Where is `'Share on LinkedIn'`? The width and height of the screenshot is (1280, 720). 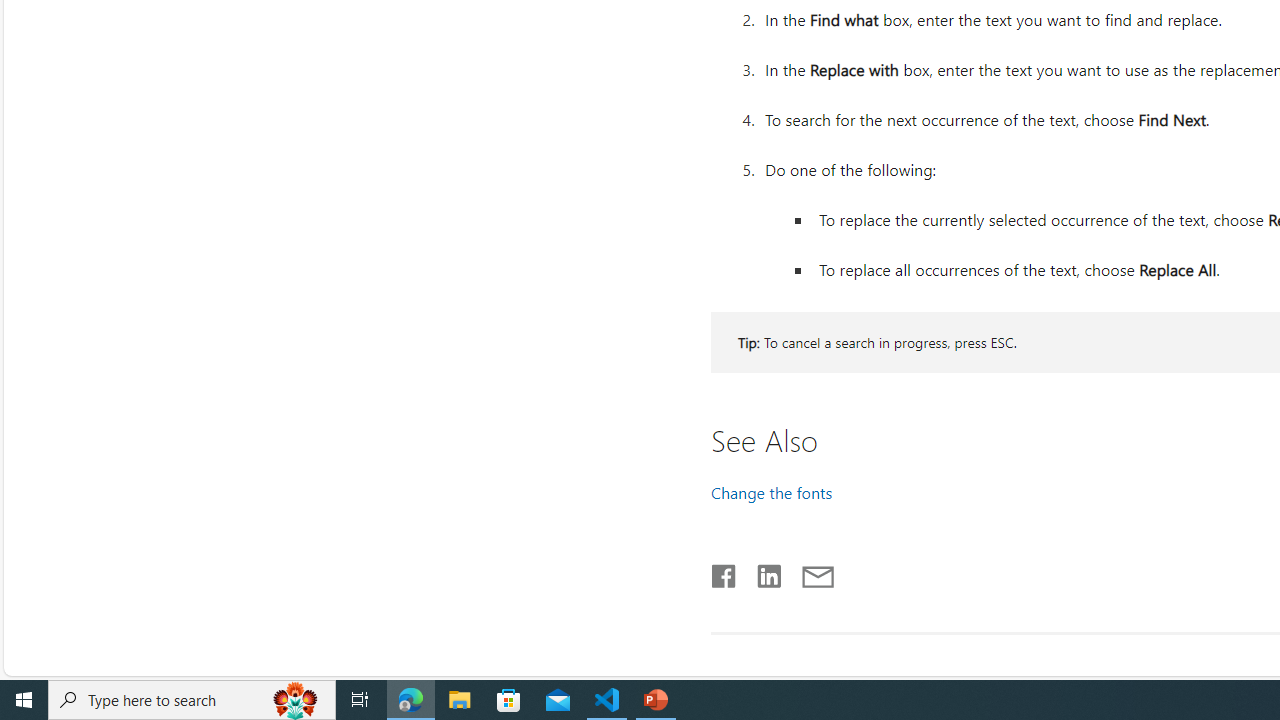 'Share on LinkedIn' is located at coordinates (759, 572).